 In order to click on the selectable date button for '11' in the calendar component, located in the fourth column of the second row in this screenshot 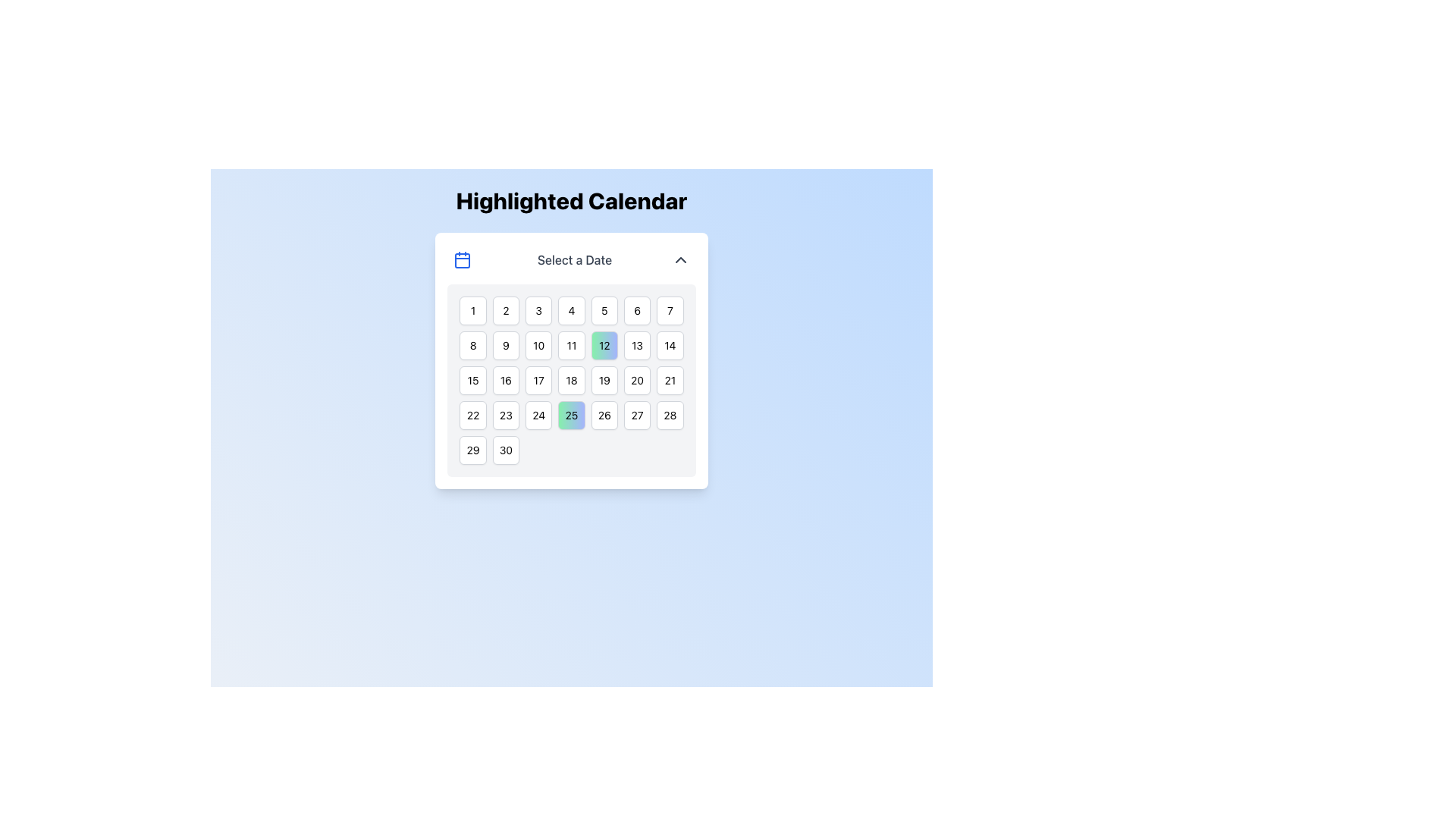, I will do `click(570, 345)`.